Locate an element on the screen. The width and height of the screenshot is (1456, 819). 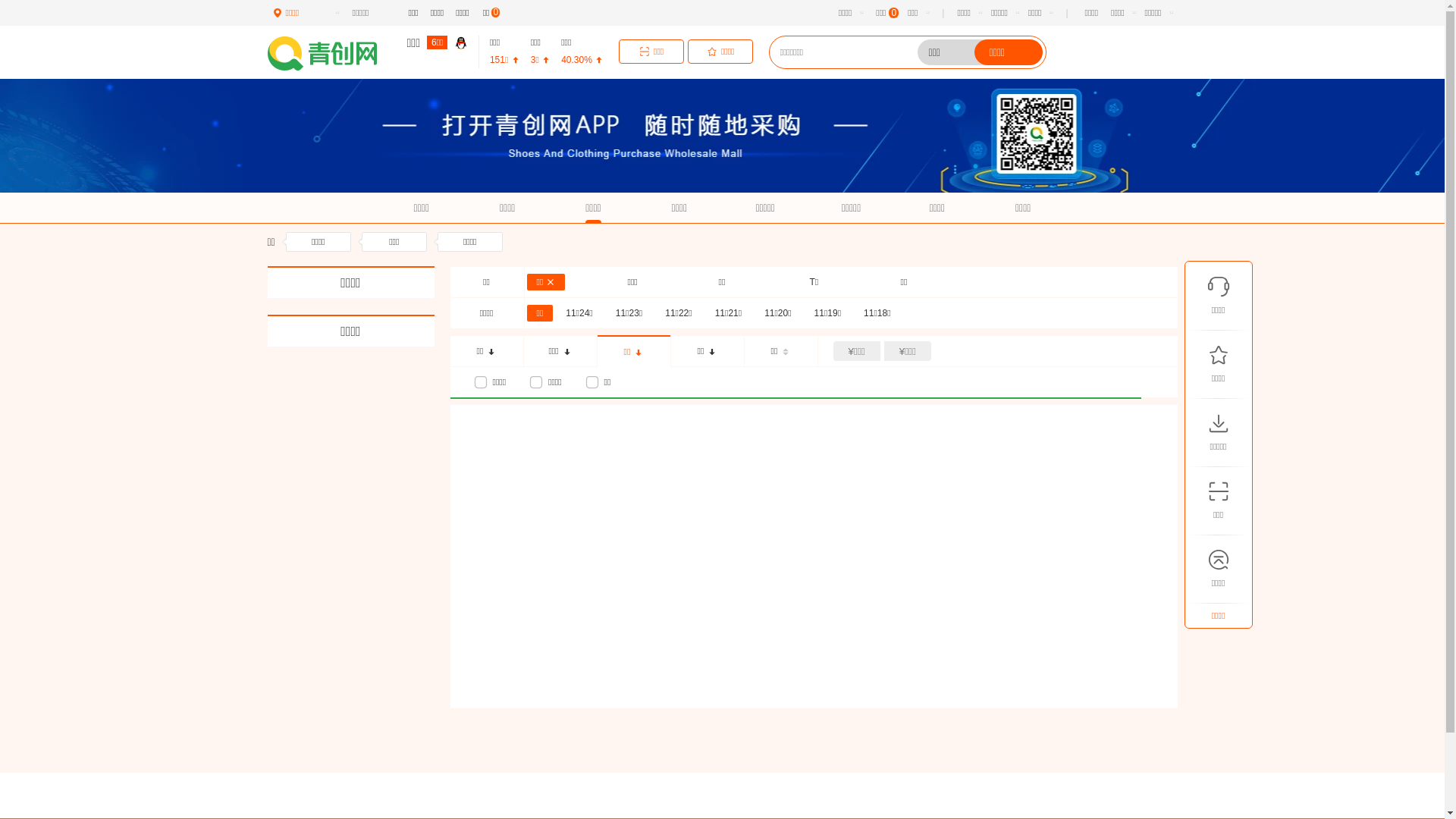
'17qcc' is located at coordinates (331, 52).